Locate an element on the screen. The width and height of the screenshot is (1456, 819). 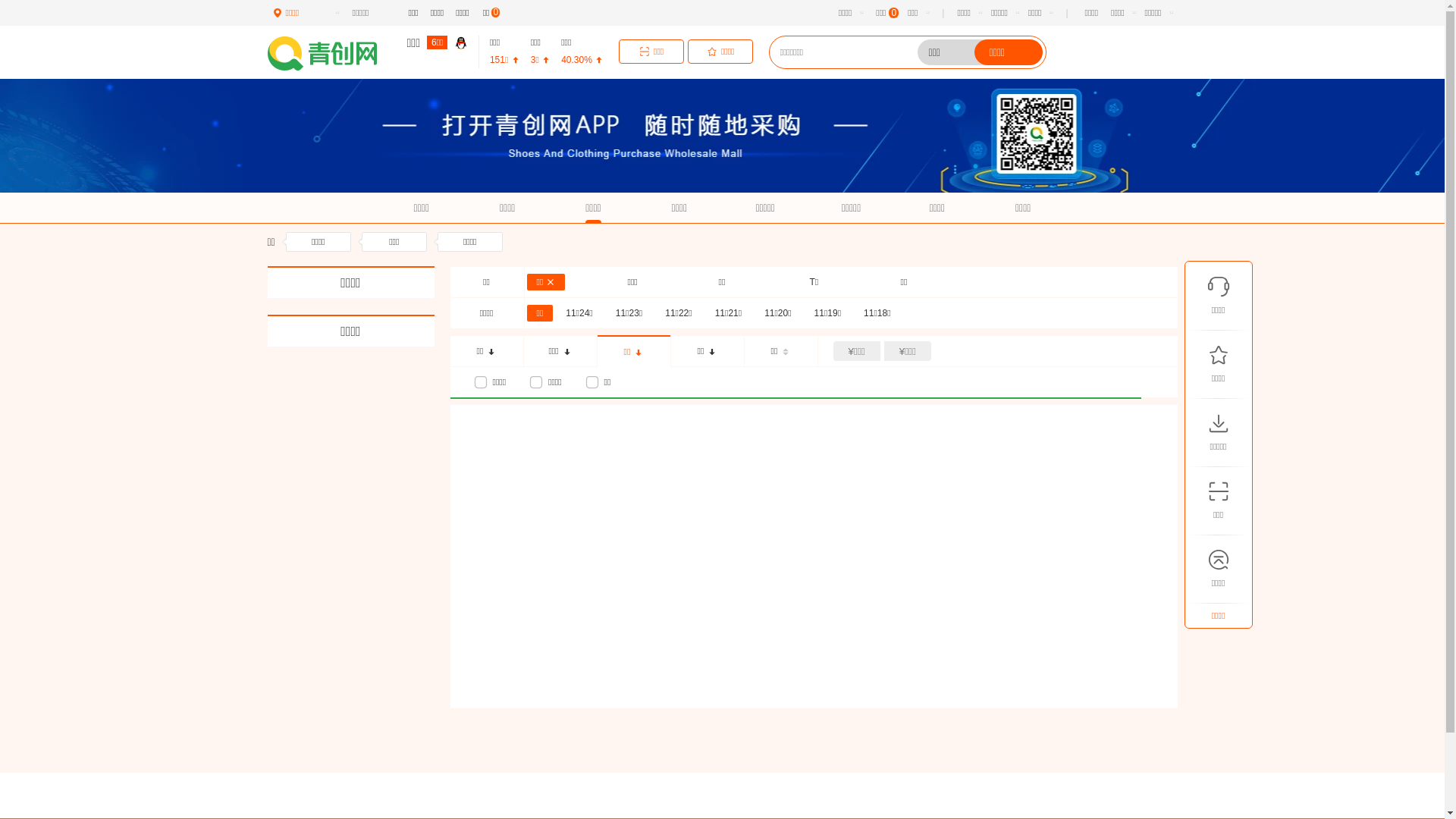
'17qcc' is located at coordinates (331, 52).